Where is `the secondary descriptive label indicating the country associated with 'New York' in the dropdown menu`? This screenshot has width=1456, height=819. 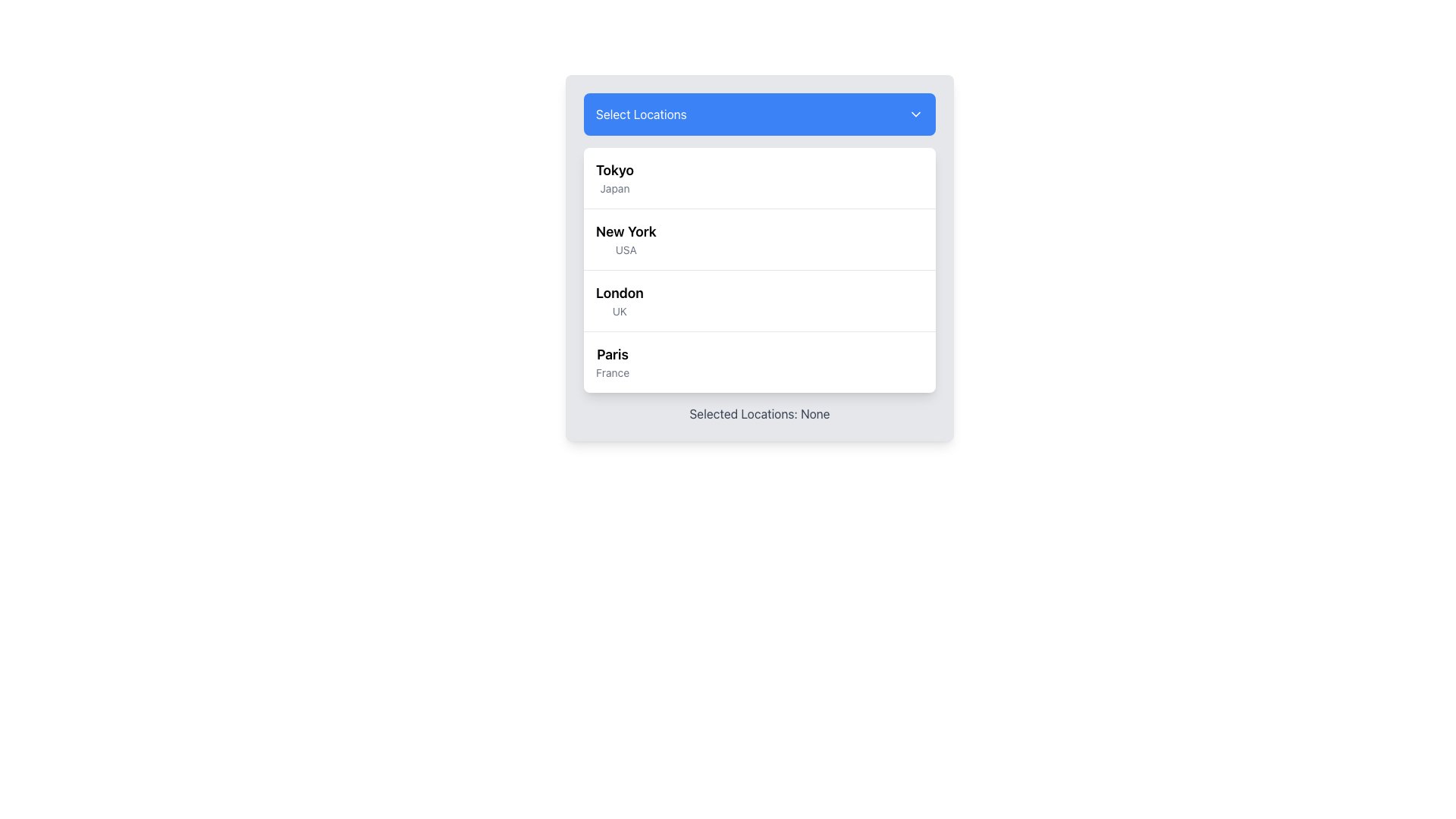
the secondary descriptive label indicating the country associated with 'New York' in the dropdown menu is located at coordinates (626, 249).